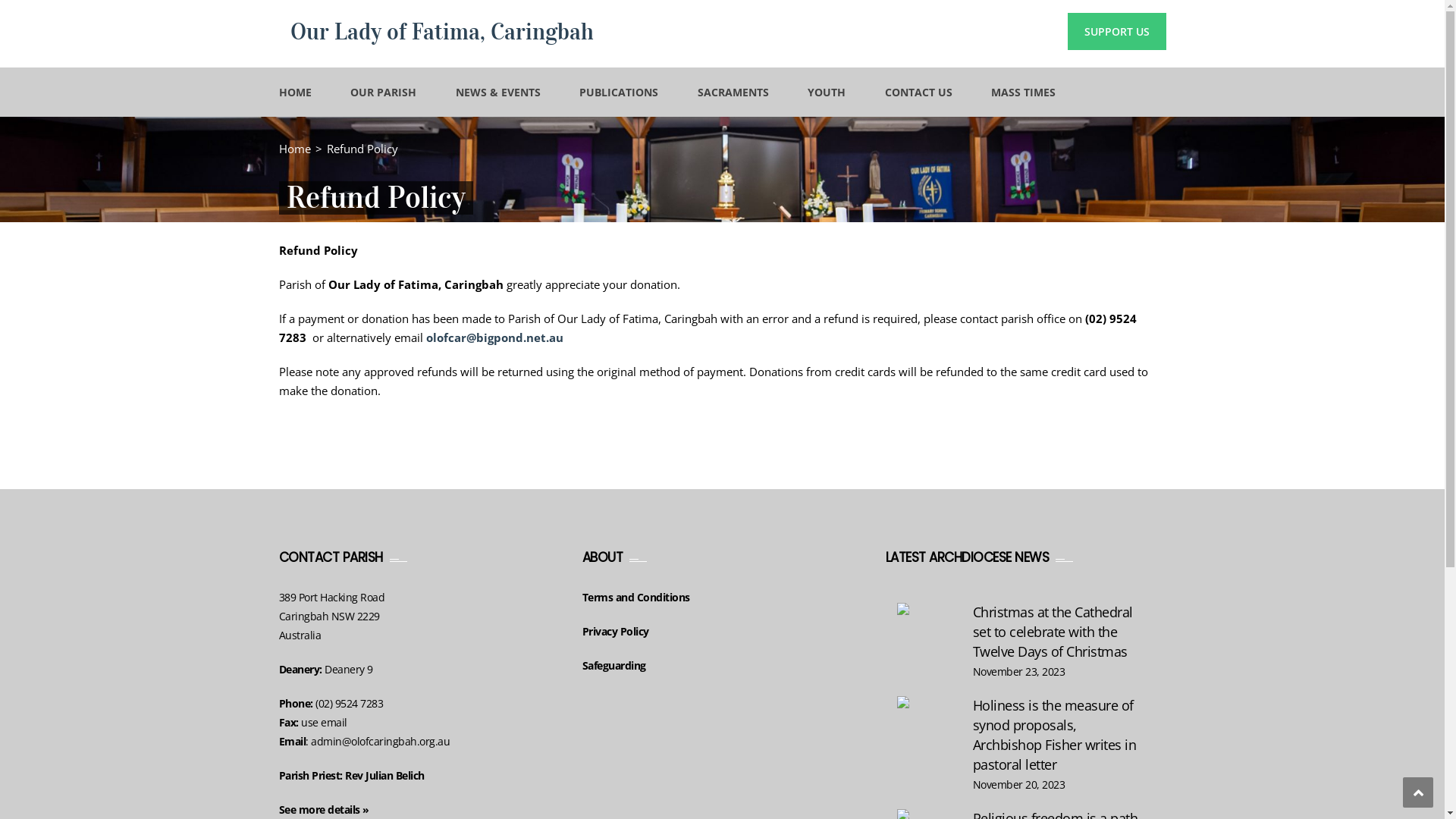 The width and height of the screenshot is (1456, 819). I want to click on 'OUR PARISH', so click(383, 92).